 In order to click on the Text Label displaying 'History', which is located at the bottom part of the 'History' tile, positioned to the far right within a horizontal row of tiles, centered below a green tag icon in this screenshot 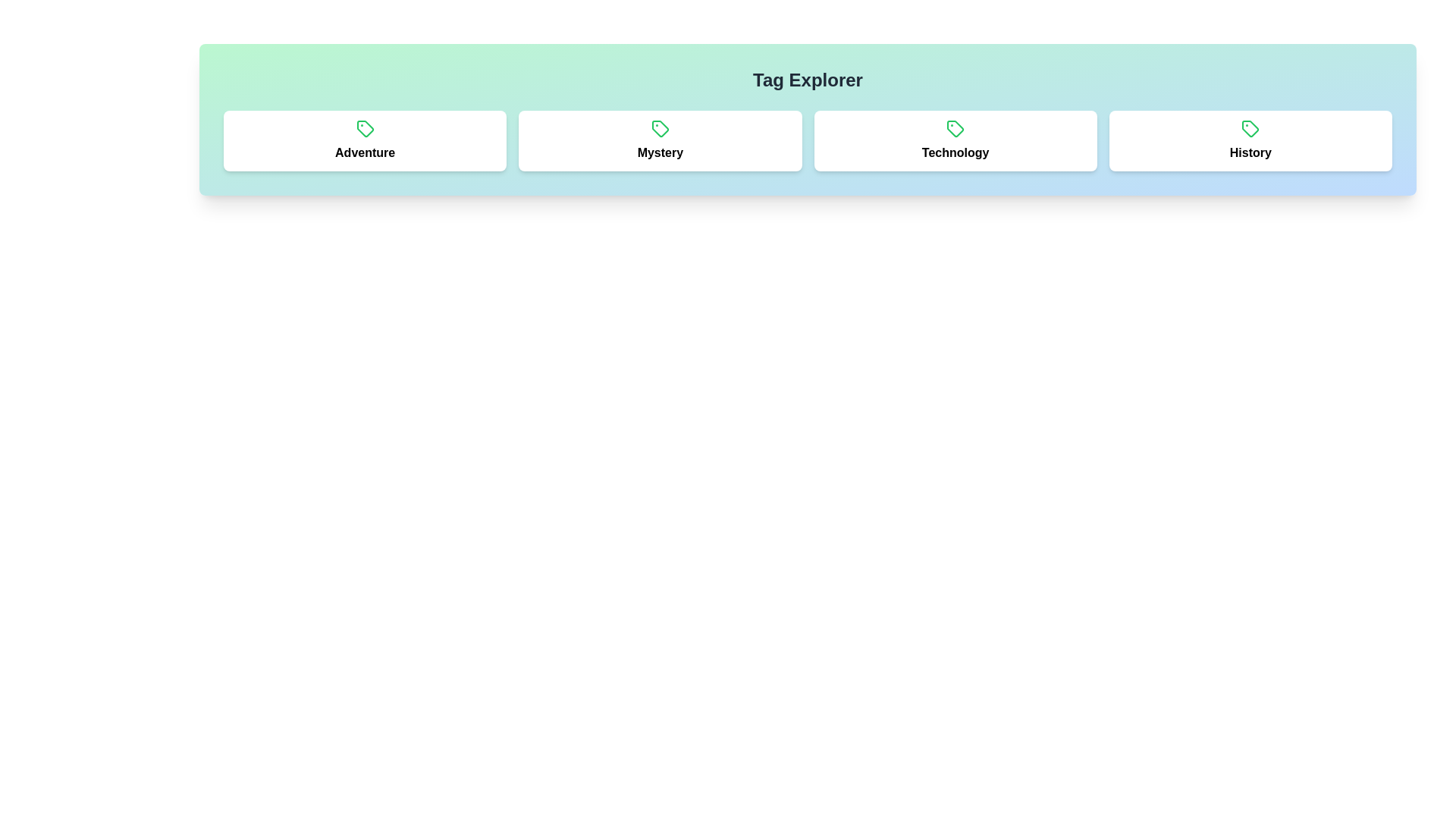, I will do `click(1250, 152)`.